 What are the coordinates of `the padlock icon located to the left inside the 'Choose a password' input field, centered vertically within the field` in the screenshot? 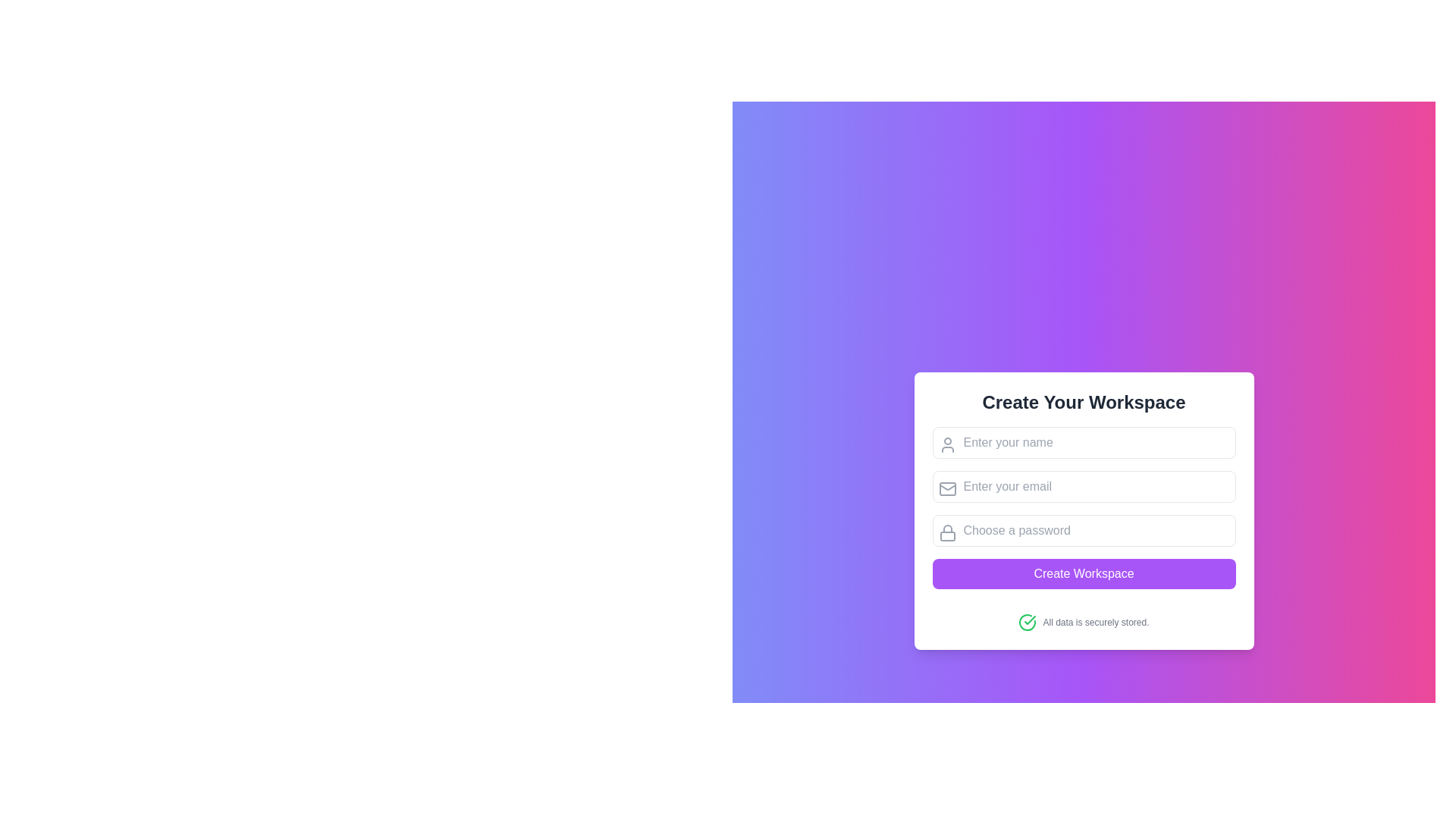 It's located at (946, 532).